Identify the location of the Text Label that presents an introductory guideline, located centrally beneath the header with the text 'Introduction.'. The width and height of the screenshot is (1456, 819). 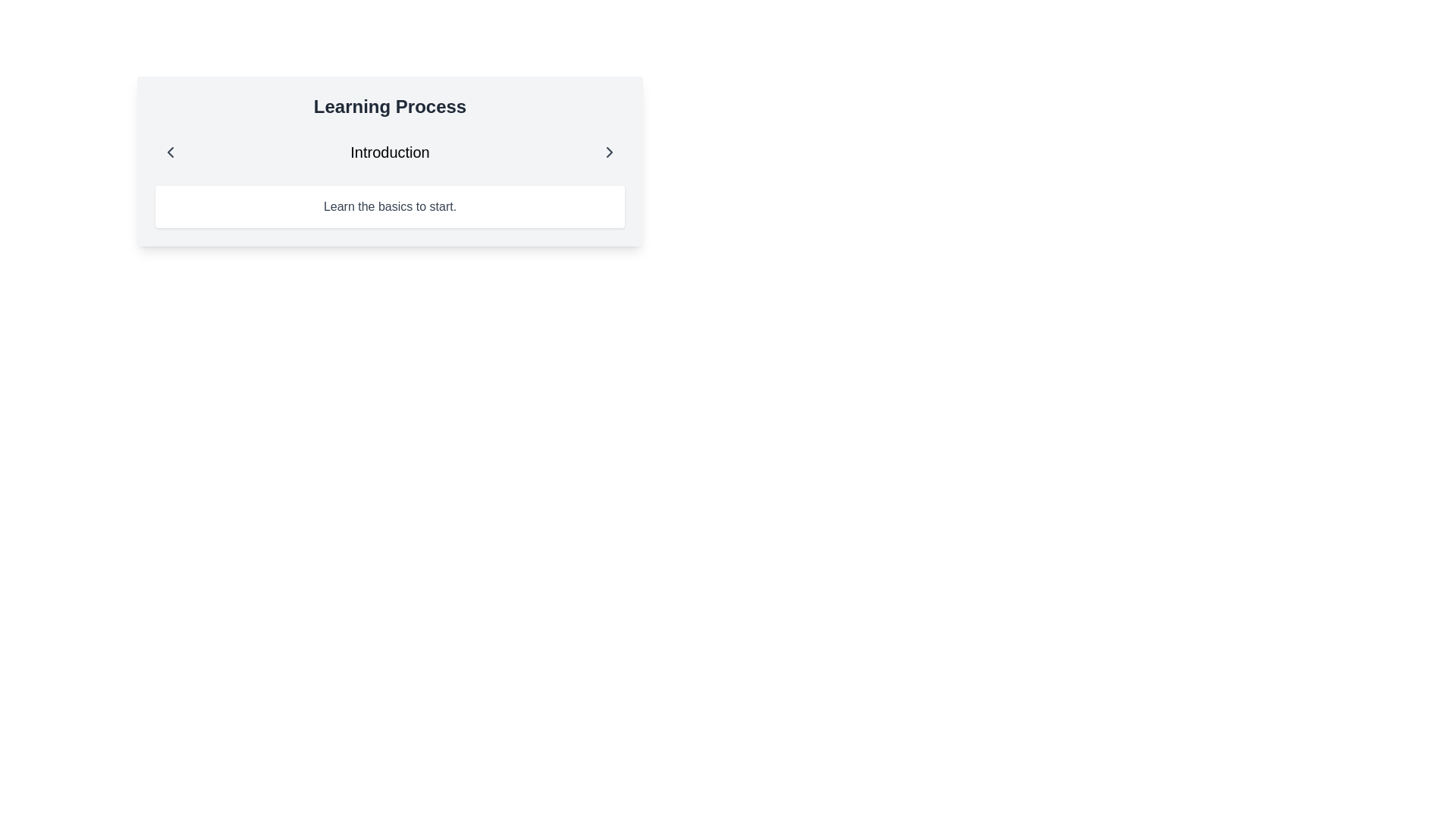
(390, 207).